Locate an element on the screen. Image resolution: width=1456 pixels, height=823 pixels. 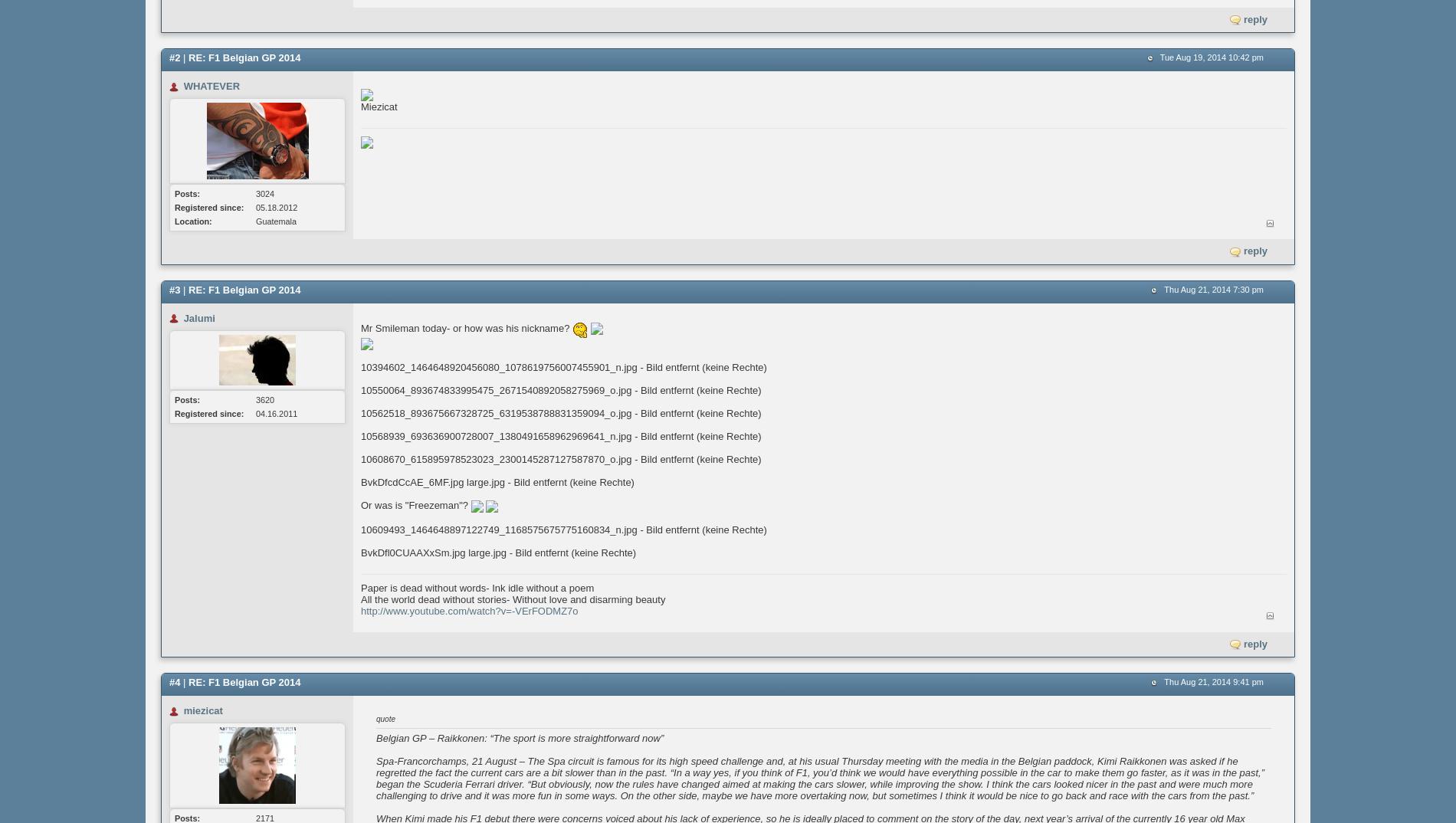
'10608670_615895978523023_2300145287127587870_o.jpg - Bild entfernt (keine Rechte)' is located at coordinates (560, 459).